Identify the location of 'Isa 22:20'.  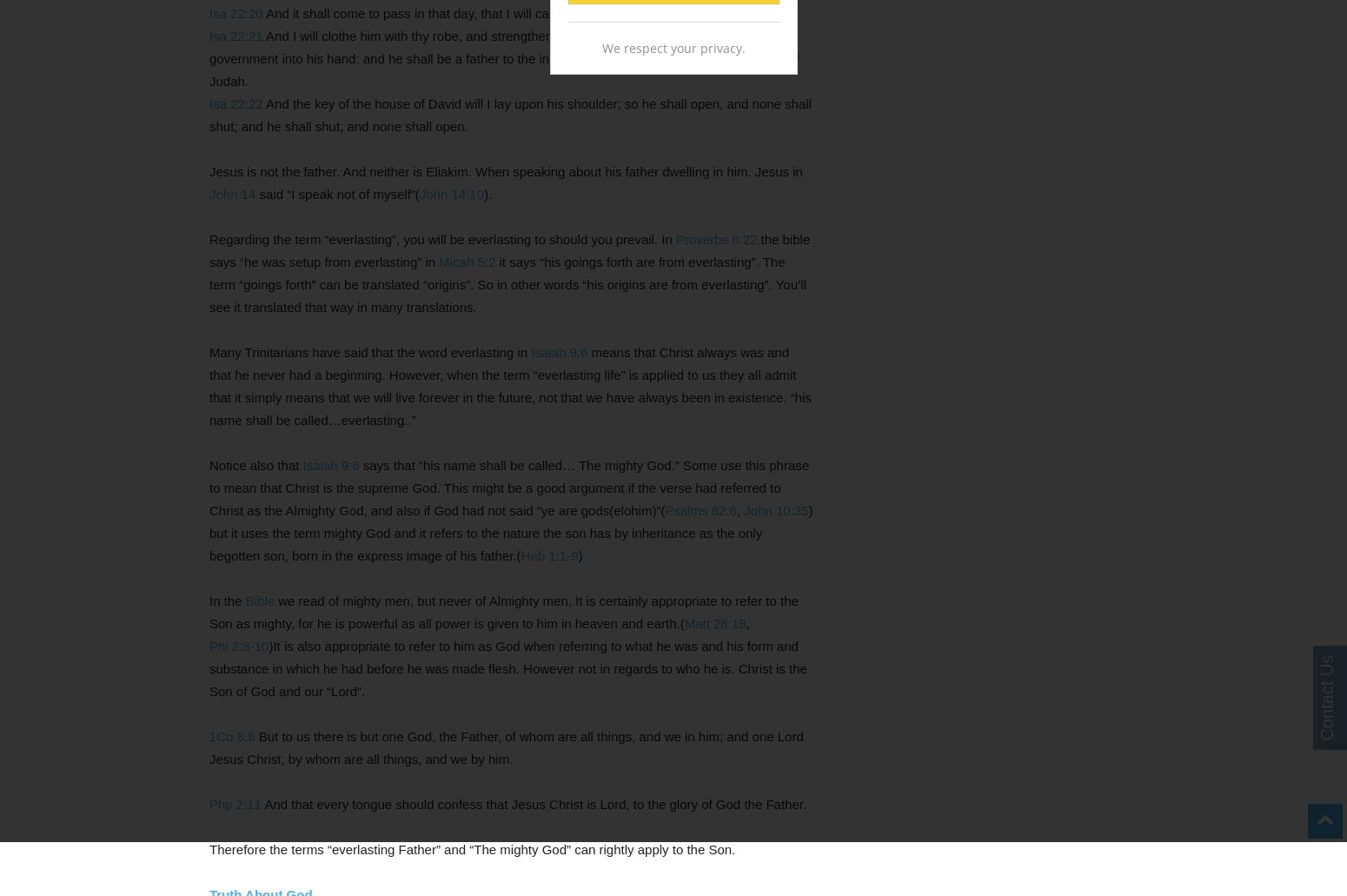
(236, 13).